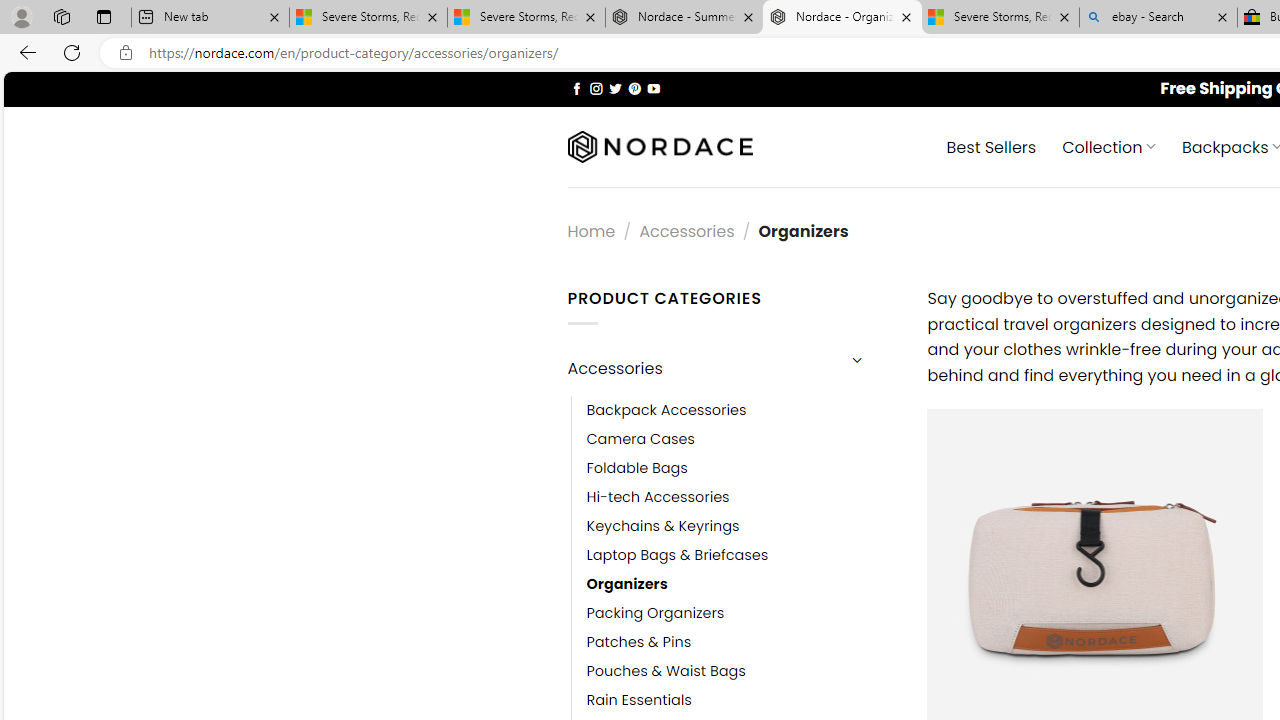 The width and height of the screenshot is (1280, 720). Describe the element at coordinates (633, 87) in the screenshot. I see `'Follow on Pinterest'` at that location.